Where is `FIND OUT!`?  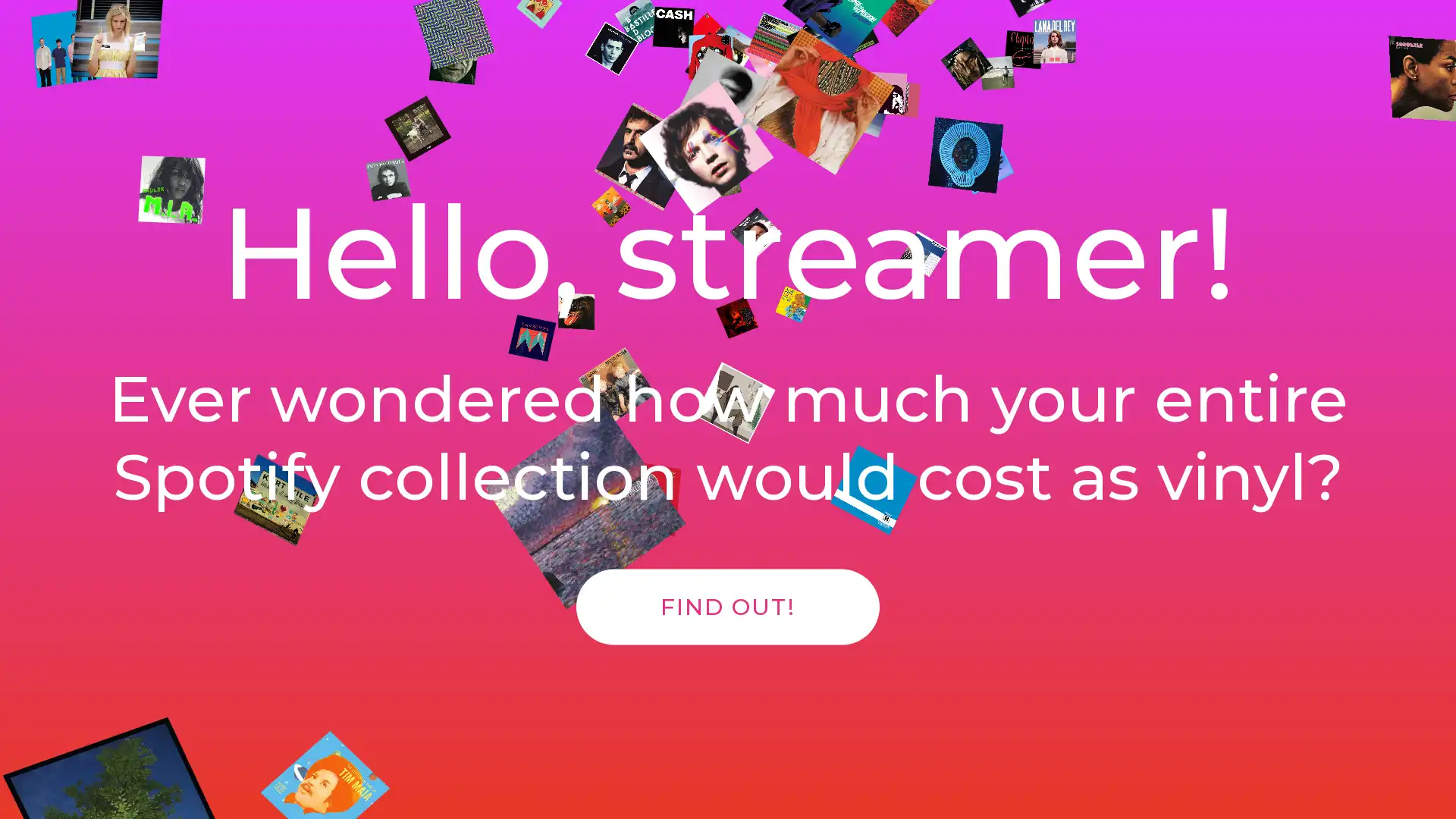
FIND OUT! is located at coordinates (728, 623).